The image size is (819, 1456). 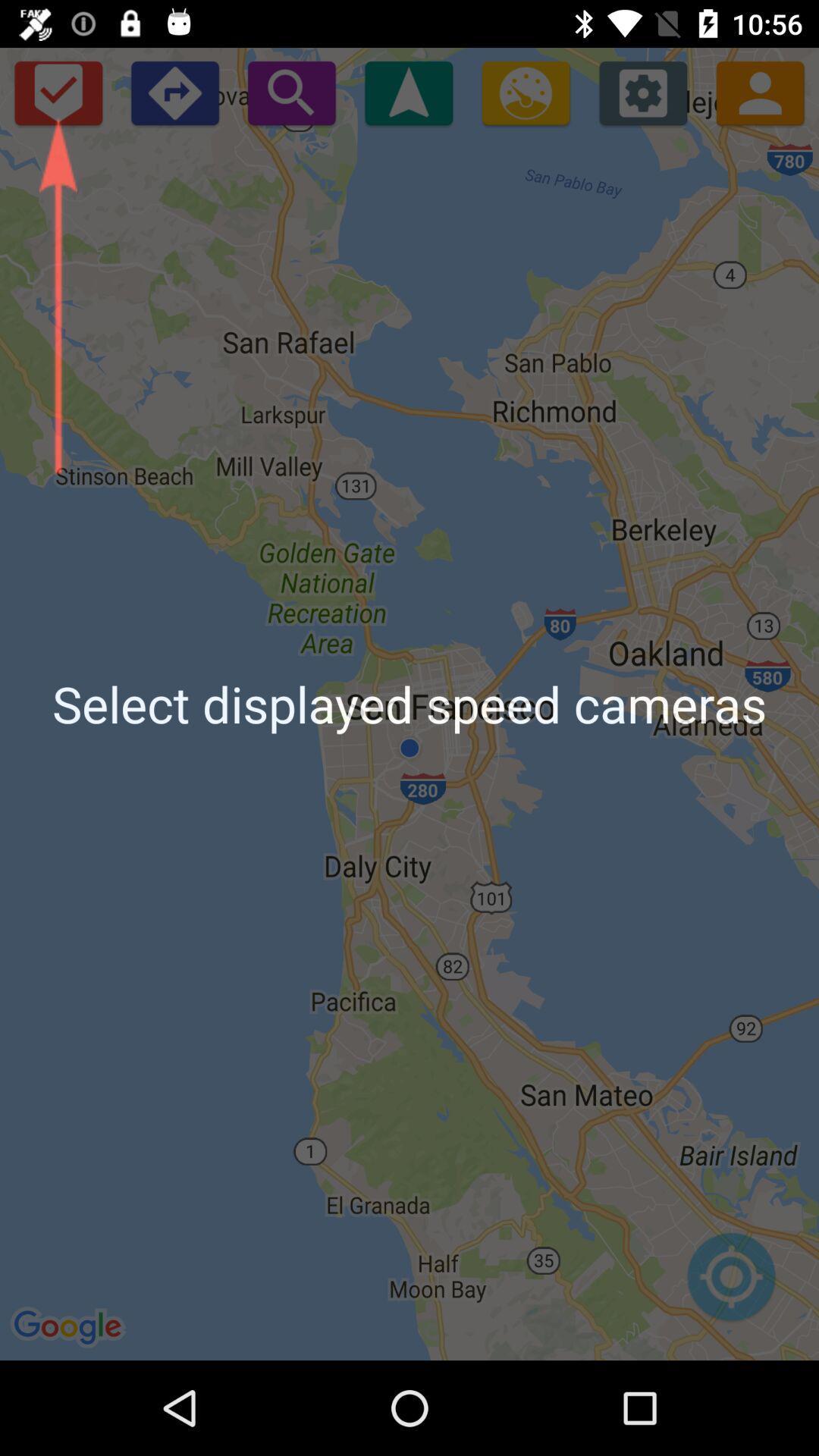 I want to click on app above select displayed speed app, so click(x=174, y=92).